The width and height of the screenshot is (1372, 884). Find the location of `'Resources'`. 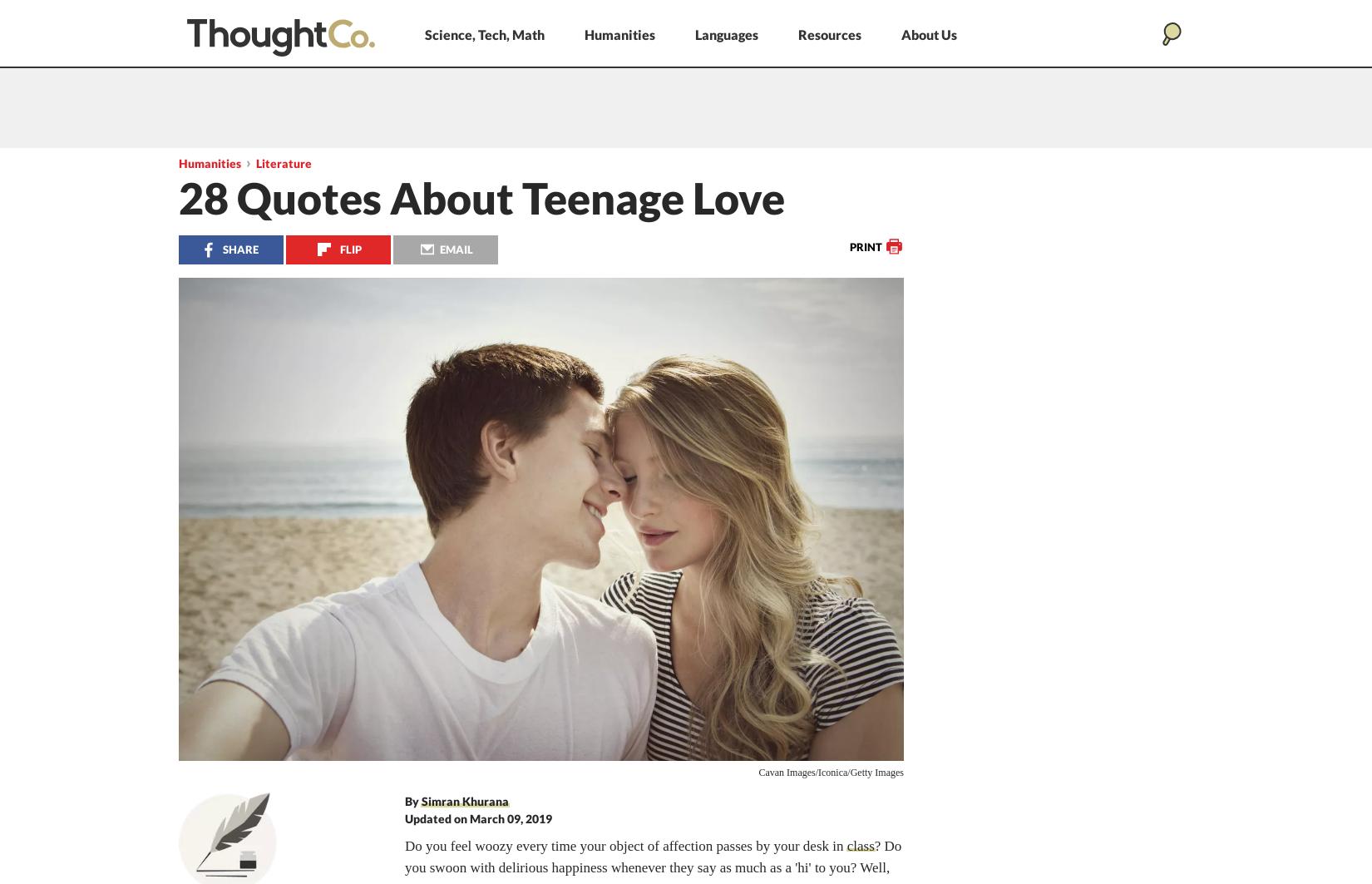

'Resources' is located at coordinates (829, 34).